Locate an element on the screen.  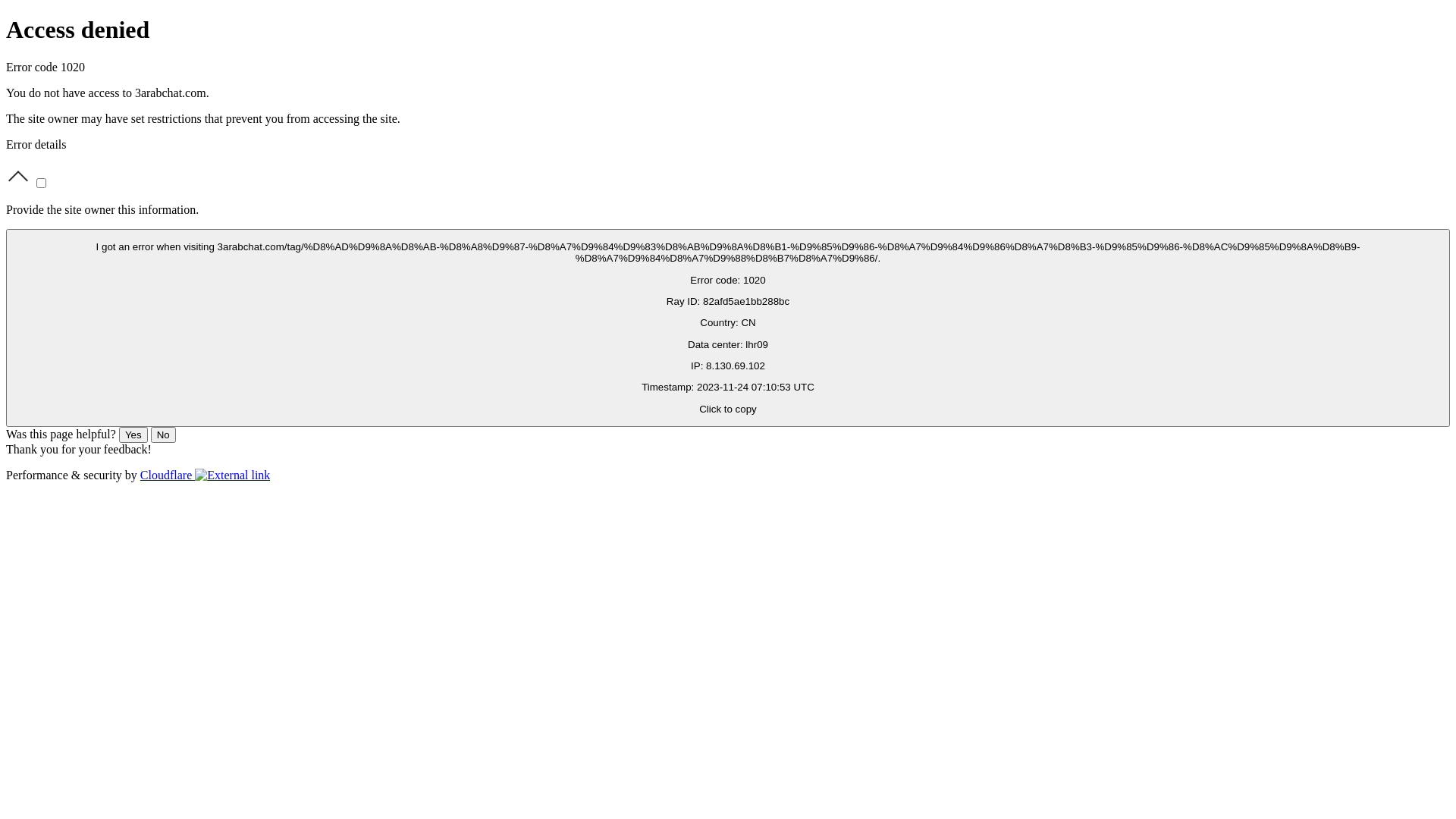
'Cloudflare' is located at coordinates (204, 474).